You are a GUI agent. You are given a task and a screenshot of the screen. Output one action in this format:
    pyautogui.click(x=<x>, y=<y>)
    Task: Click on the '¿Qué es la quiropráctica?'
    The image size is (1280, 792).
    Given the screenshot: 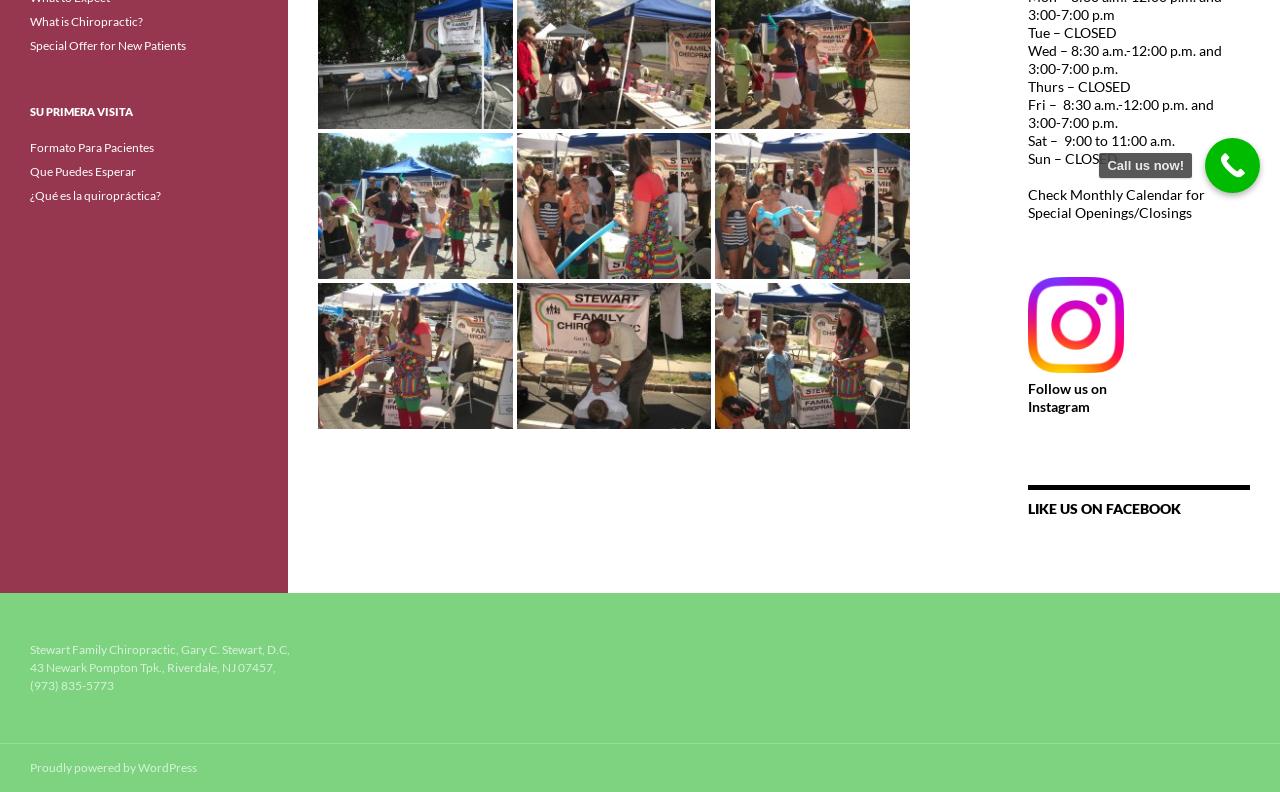 What is the action you would take?
    pyautogui.click(x=94, y=195)
    